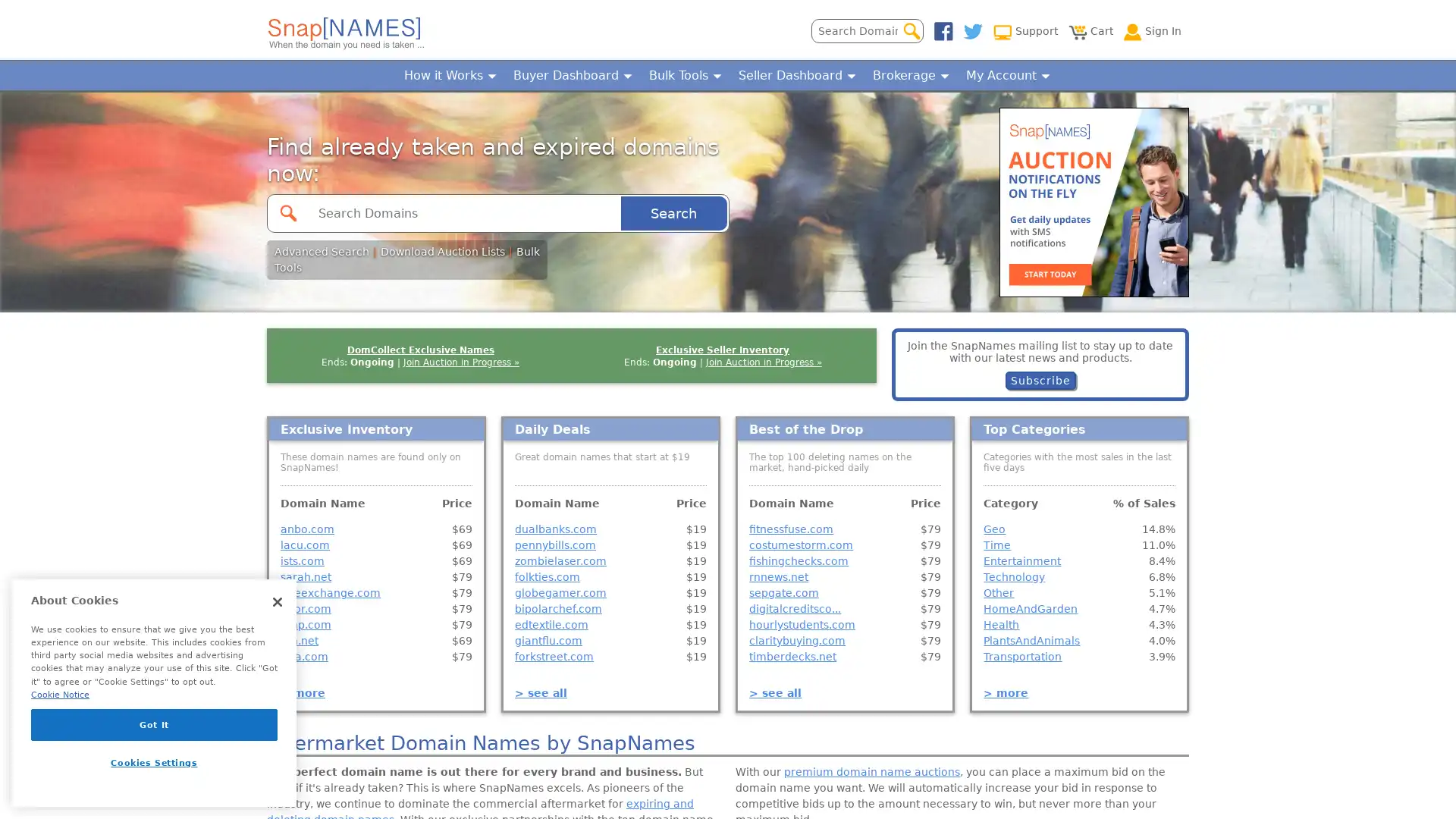 This screenshot has width=1456, height=819. I want to click on Cookies Settings, so click(154, 762).